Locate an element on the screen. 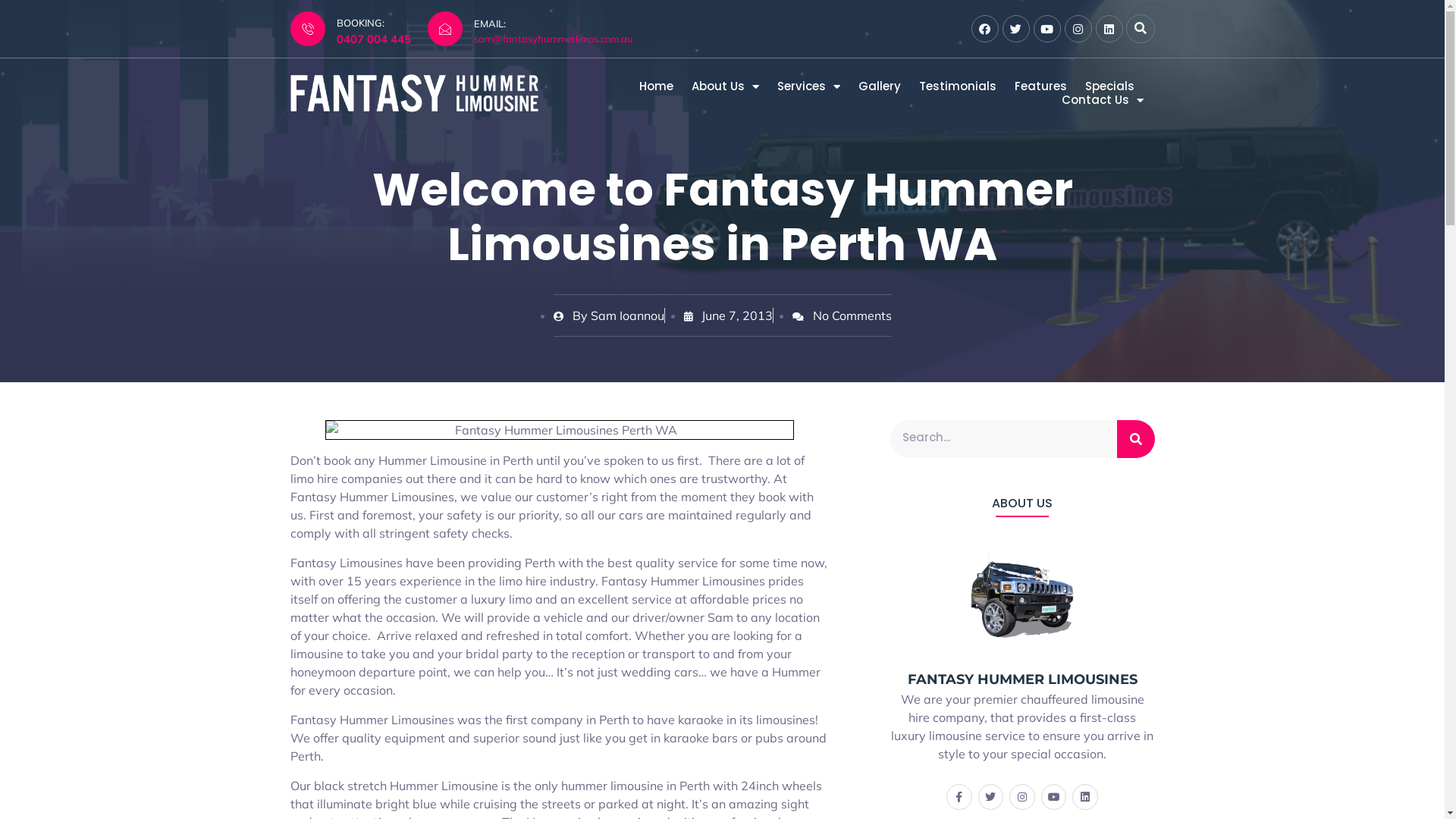 The image size is (1456, 819). 'Features' is located at coordinates (1040, 86).